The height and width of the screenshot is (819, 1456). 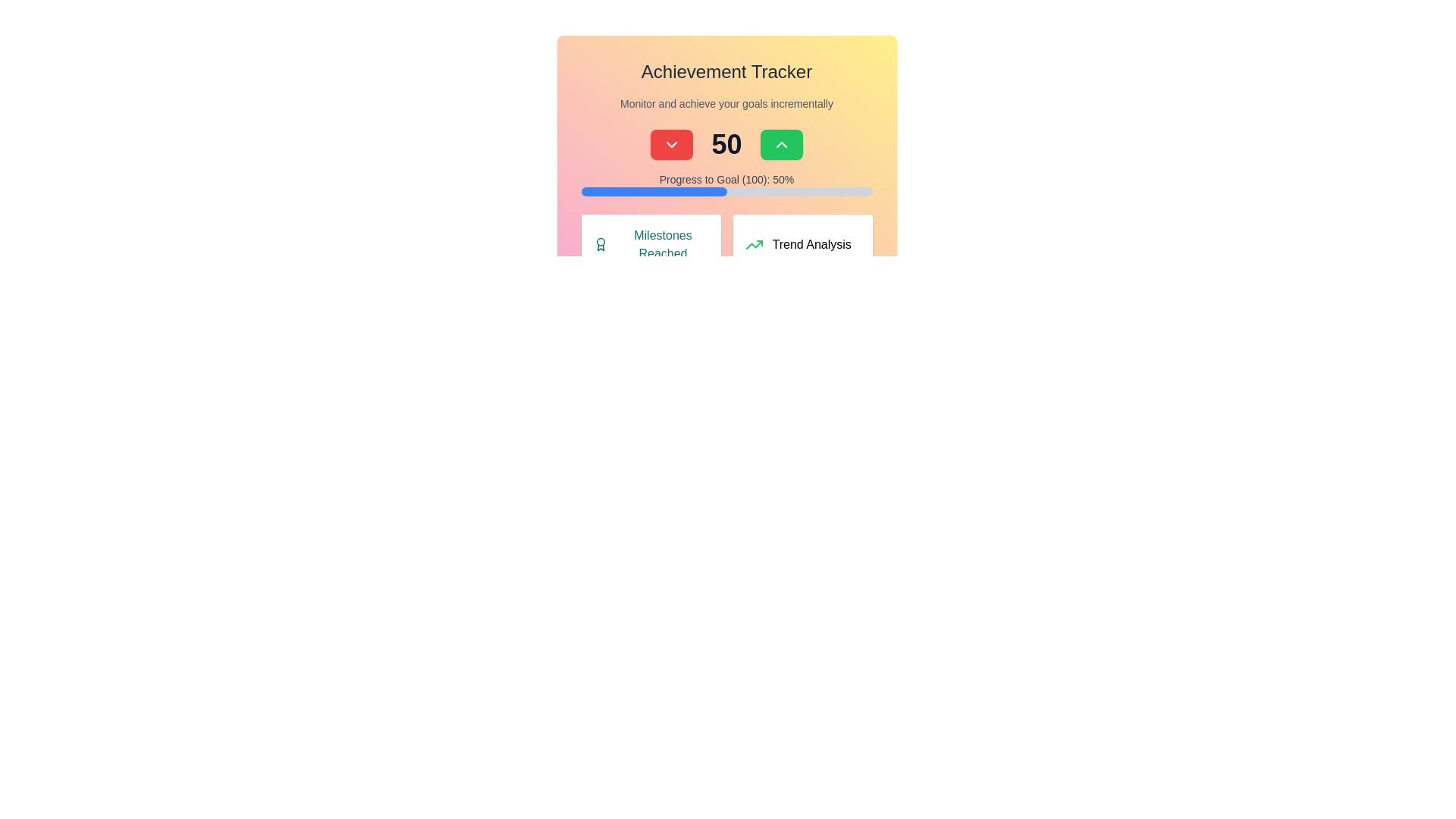 What do you see at coordinates (726, 145) in the screenshot?
I see `the Number Display element showing the bold number '50', which is centrally aligned in a horizontal layout, positioned between a red downward chevron button and a green upward chevron button` at bounding box center [726, 145].